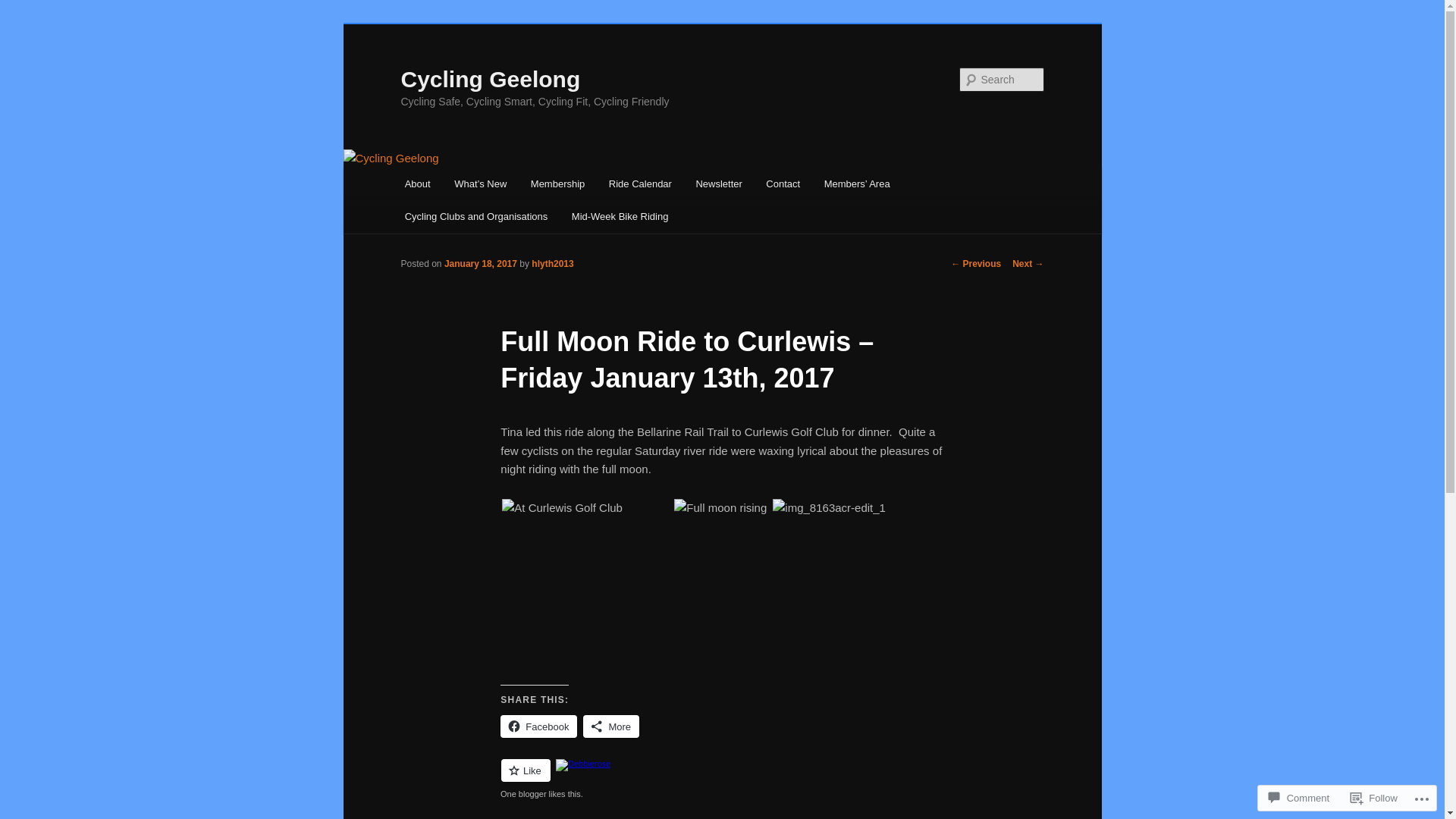  Describe the element at coordinates (500, 725) in the screenshot. I see `'Facebook'` at that location.